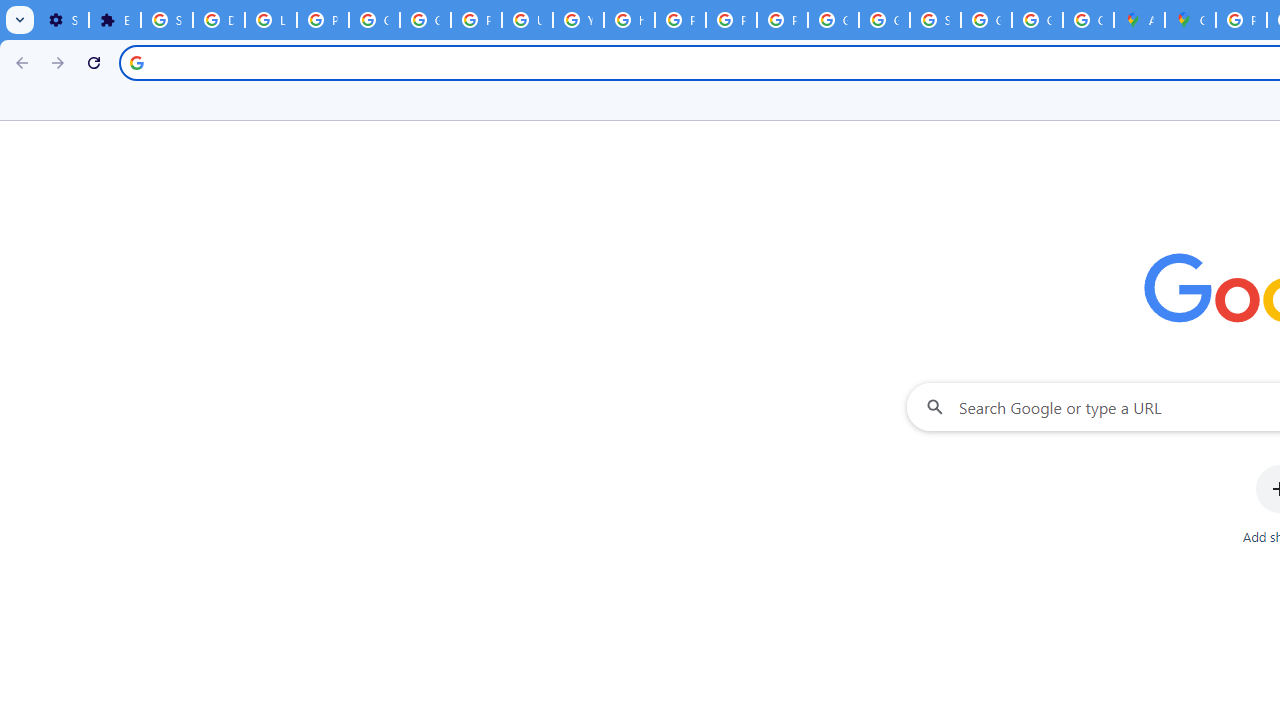  What do you see at coordinates (218, 20) in the screenshot?
I see `'Delete photos & videos - Computer - Google Photos Help'` at bounding box center [218, 20].